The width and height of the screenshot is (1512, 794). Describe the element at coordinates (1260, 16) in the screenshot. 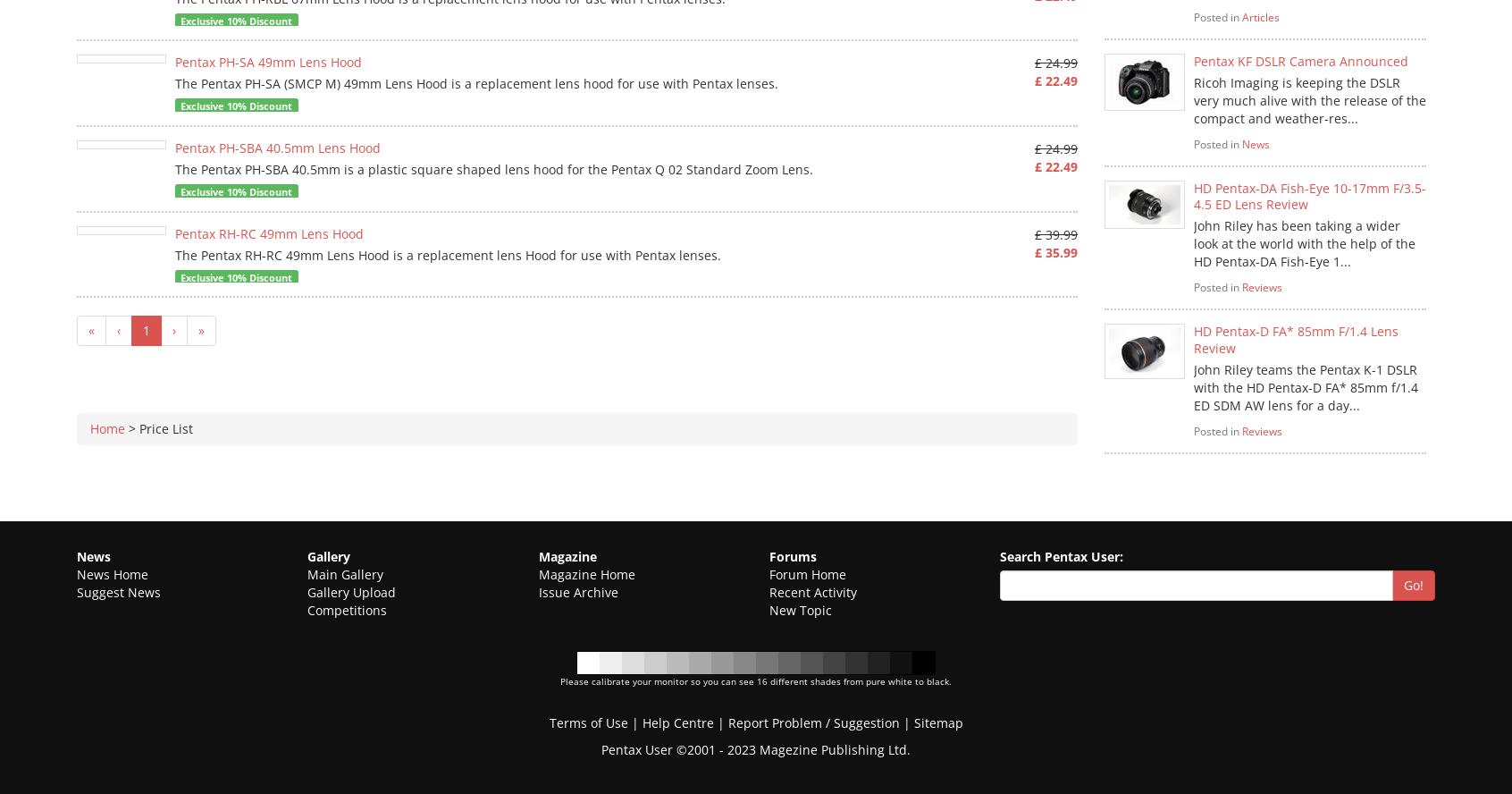

I see `'Articles'` at that location.